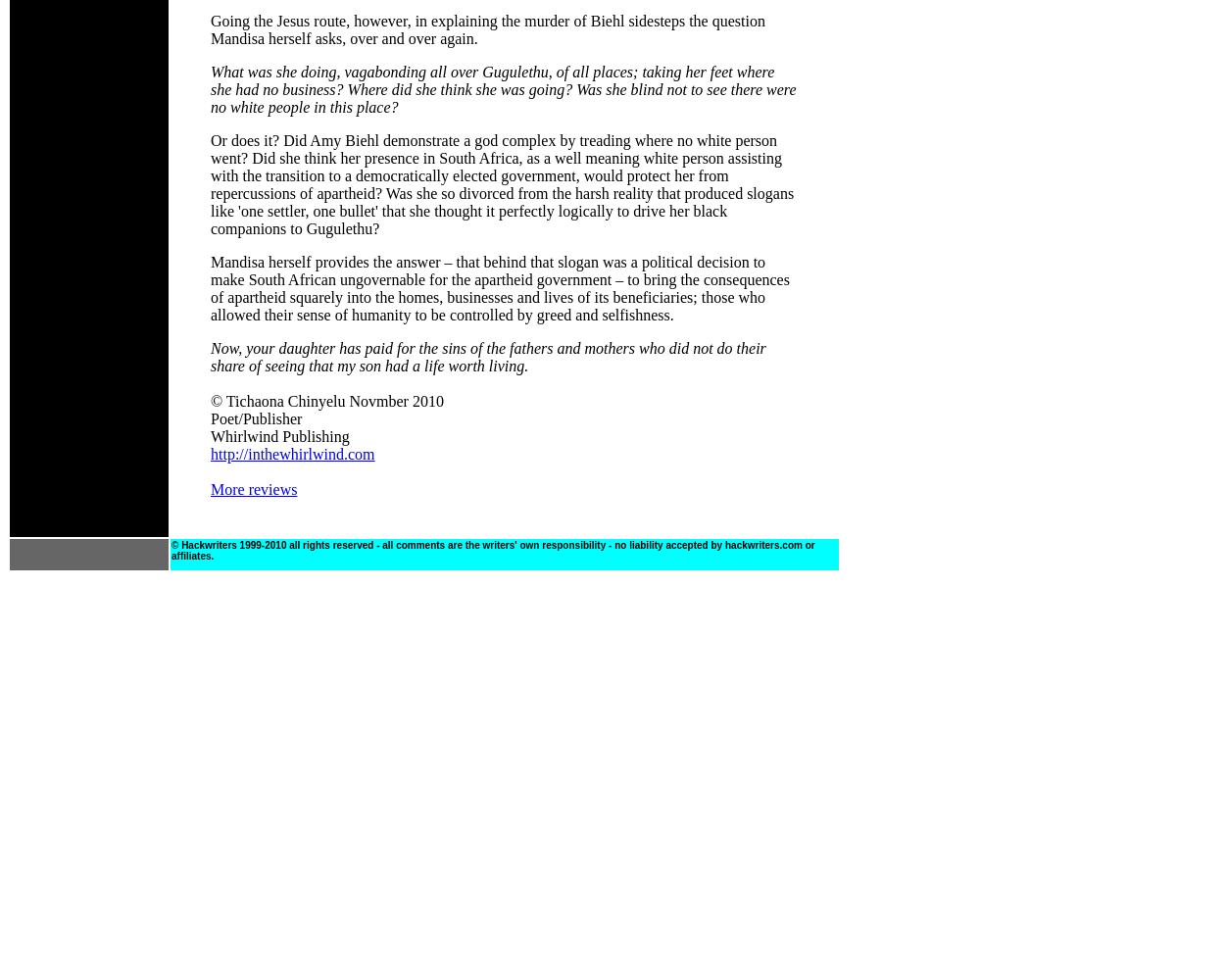  What do you see at coordinates (254, 488) in the screenshot?
I see `'More reviews'` at bounding box center [254, 488].